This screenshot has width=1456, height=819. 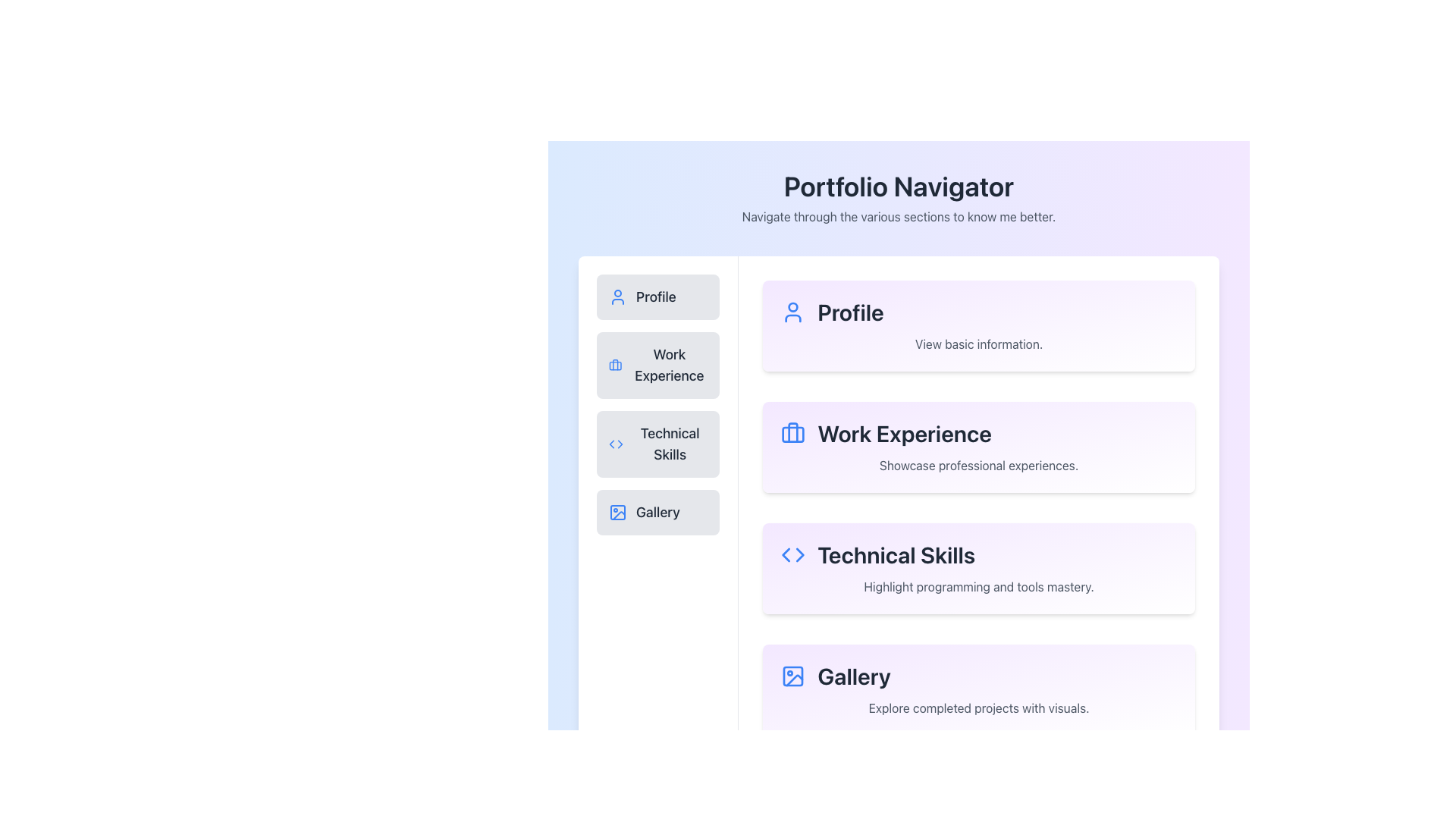 What do you see at coordinates (792, 307) in the screenshot?
I see `the graphical circle element within the user icon located at the top of the navigation menu on the left-hand side of the interface` at bounding box center [792, 307].